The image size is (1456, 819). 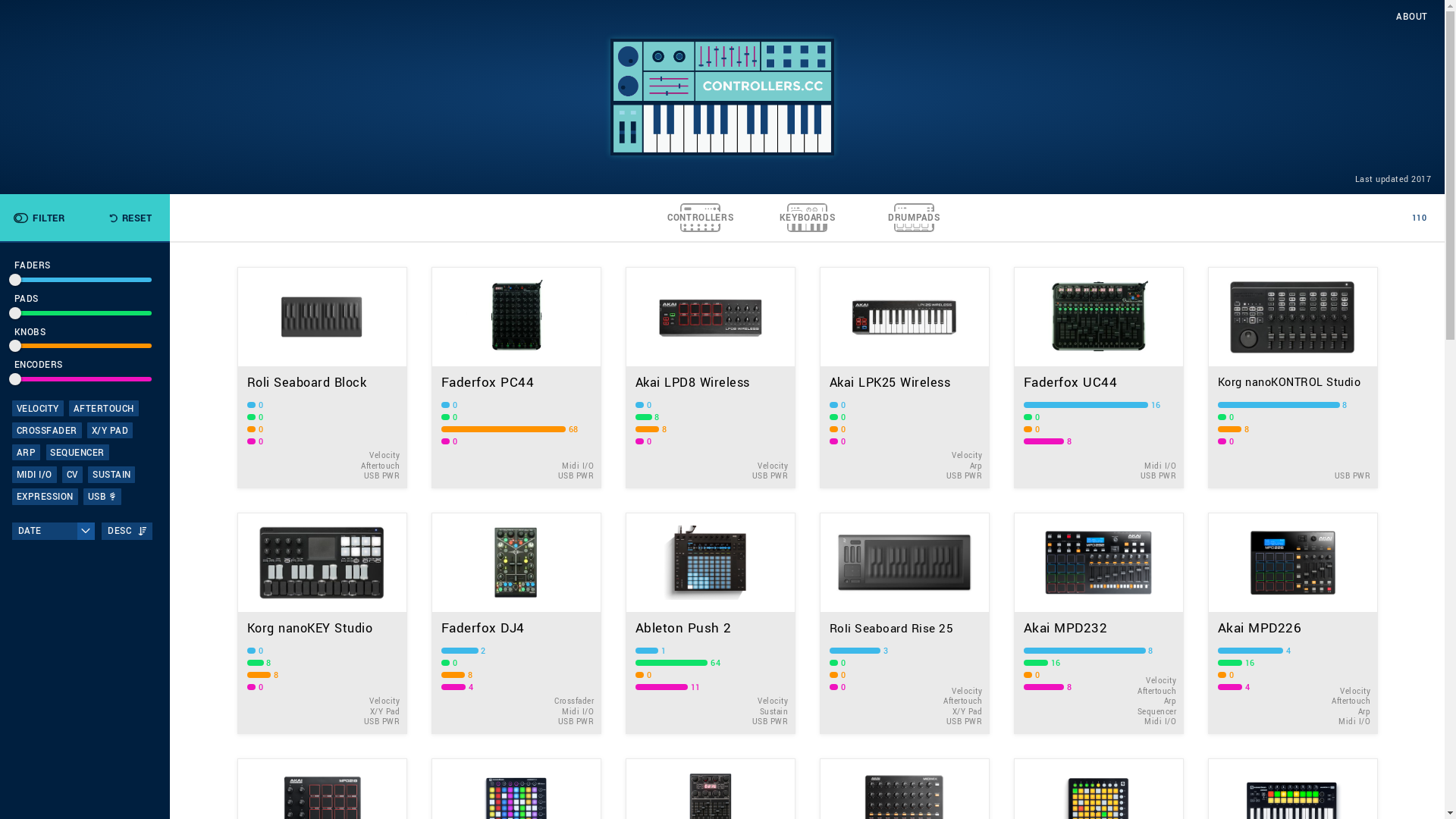 What do you see at coordinates (77, 451) in the screenshot?
I see `'SEQUENCER'` at bounding box center [77, 451].